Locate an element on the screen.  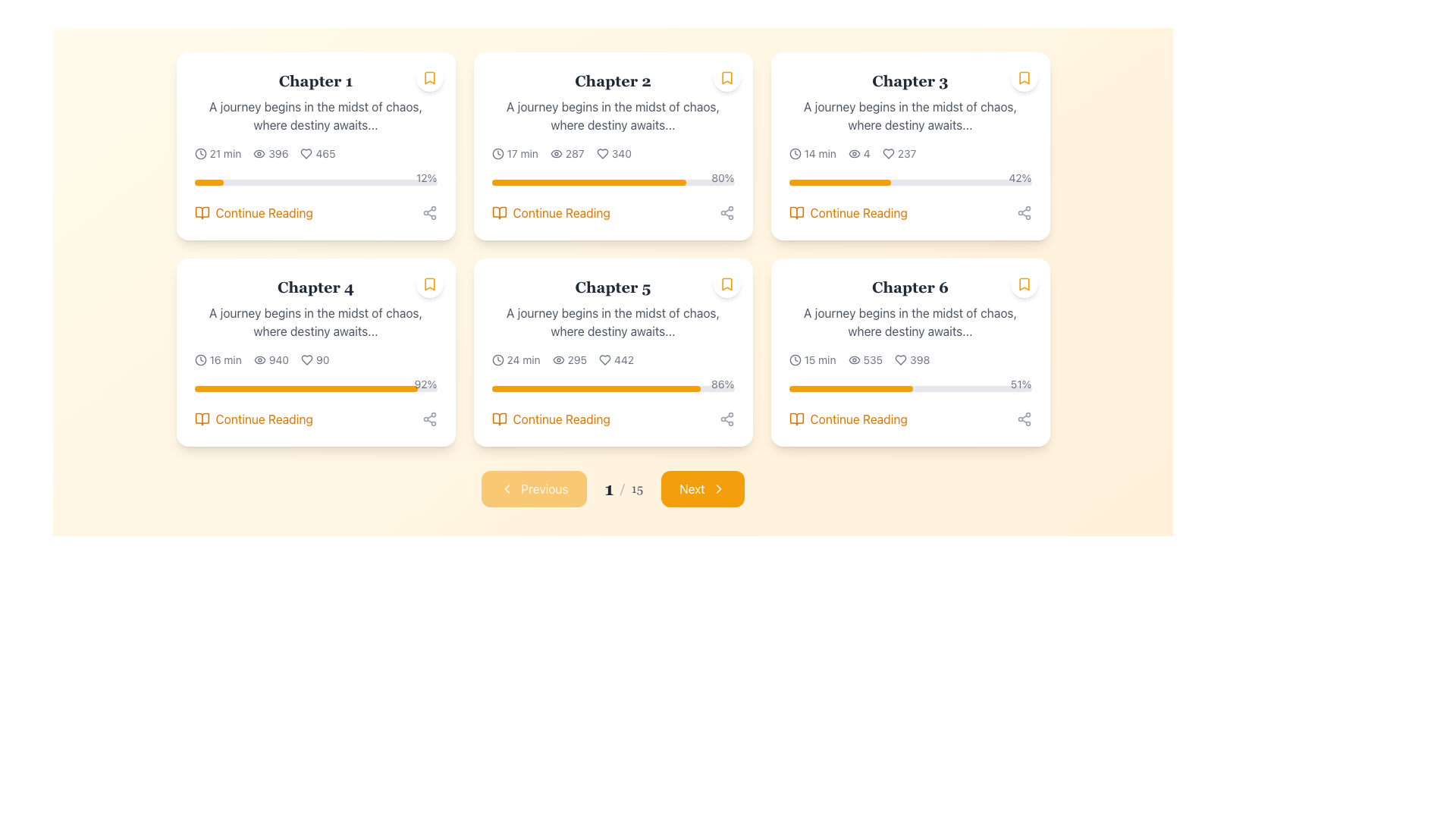
the static text element located underneath the heading 'Chapter 4' in the card layout for Chapter 4 is located at coordinates (315, 321).